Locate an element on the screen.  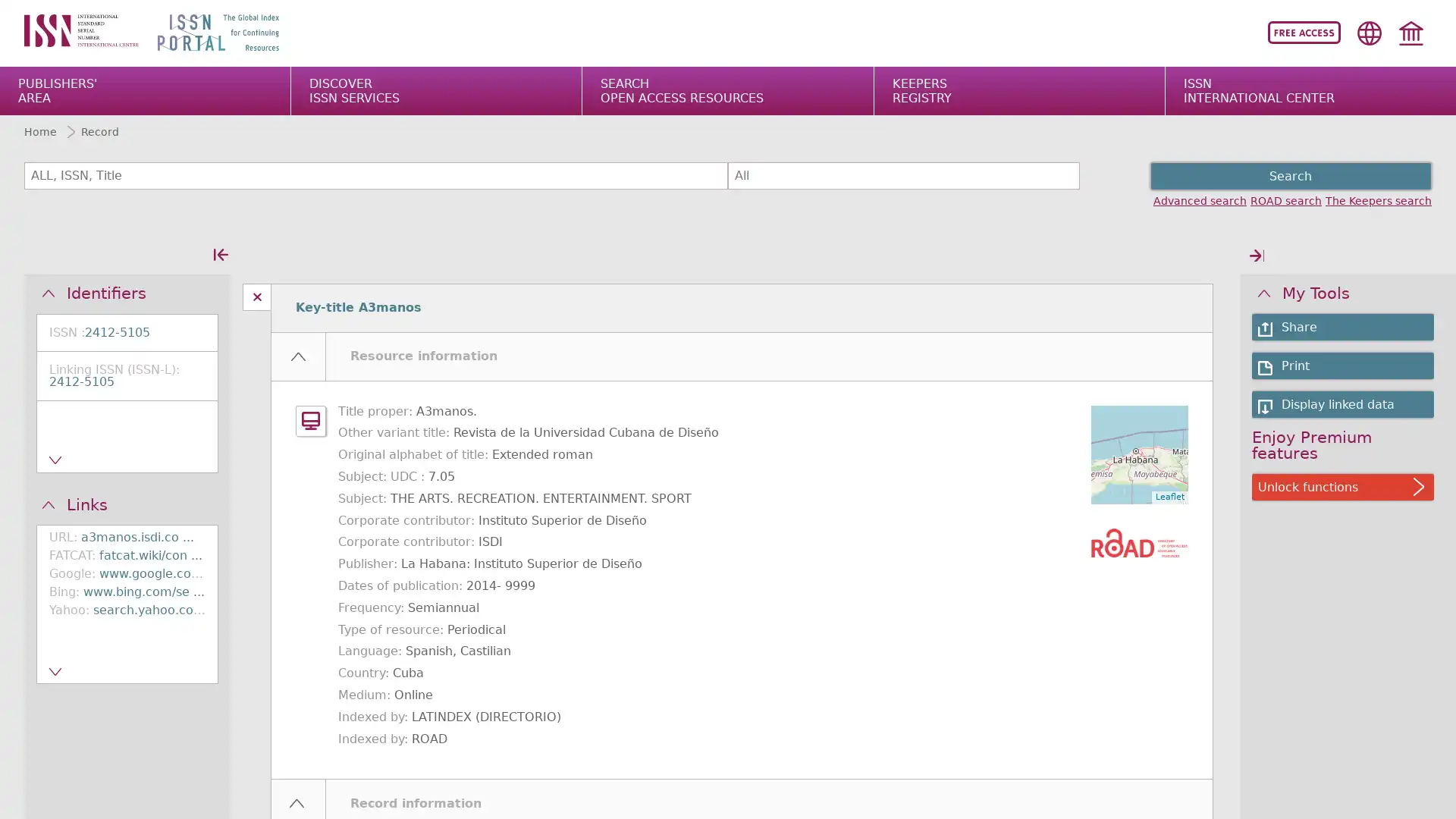
Search is located at coordinates (1290, 174).